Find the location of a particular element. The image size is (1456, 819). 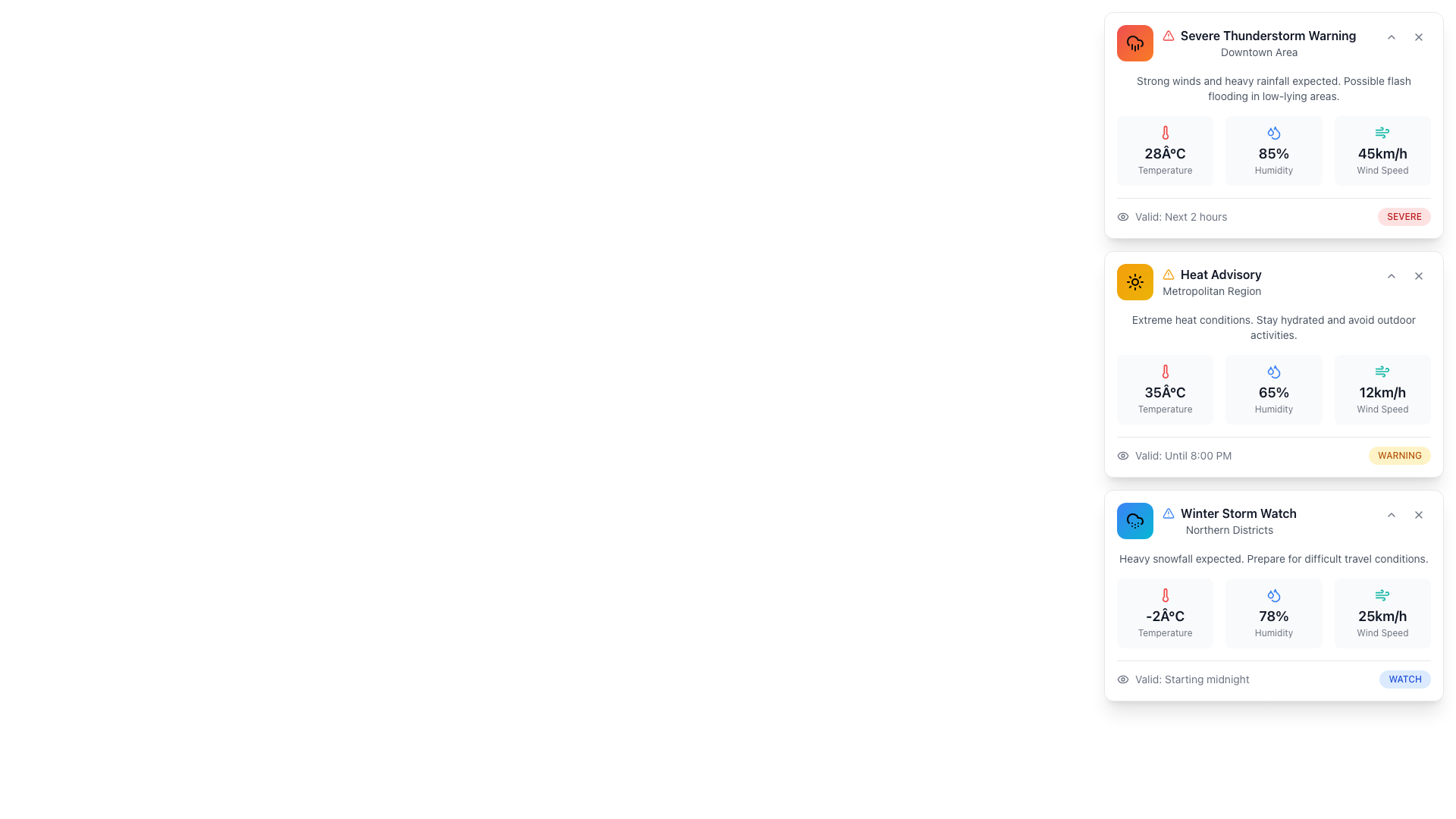

the teal-colored wind icon with rounded lines located in the bottom-right corner of the 'Heat Advisory' card, which displays '12km/h' wind speed is located at coordinates (1382, 371).